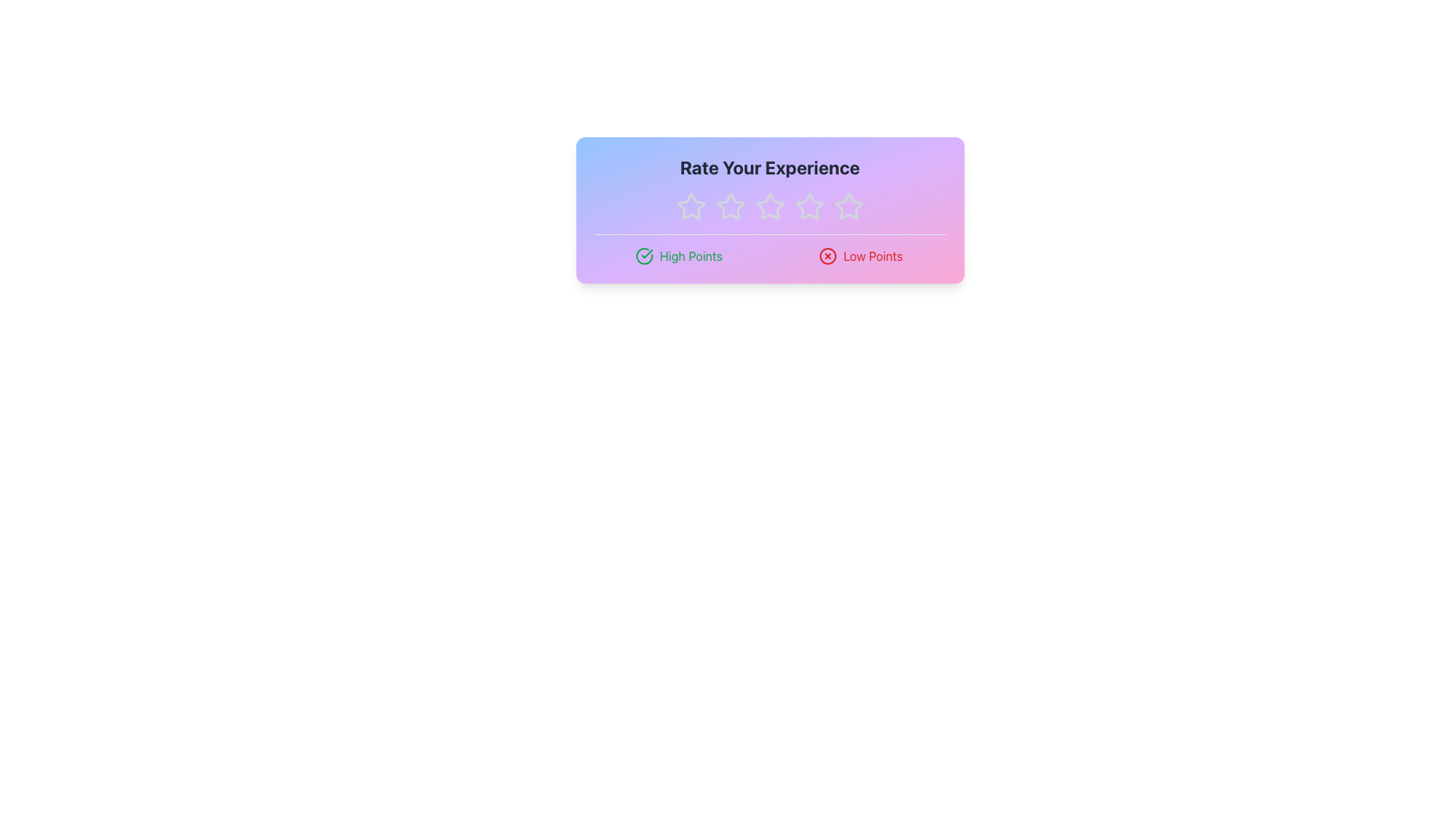  I want to click on the fourth star icon in the rating widget, located directly below the 'Rate Your Experience' label, so click(808, 207).